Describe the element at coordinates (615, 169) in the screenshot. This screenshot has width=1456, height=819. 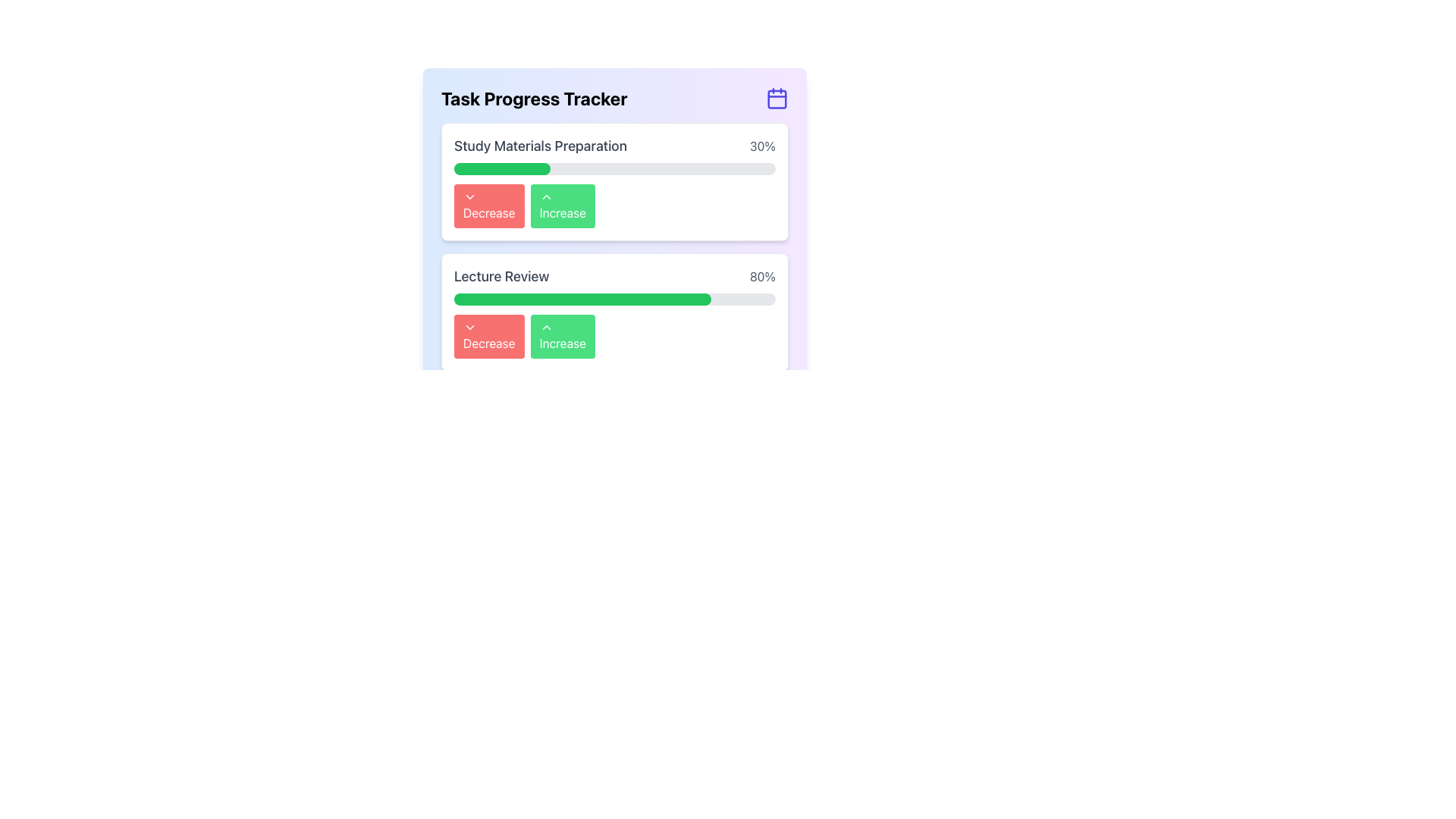
I see `progress bar element representing completion percentage, located below the 'Study Materials Preparation' text and above the 'Decrease' and 'Increase' buttons` at that location.